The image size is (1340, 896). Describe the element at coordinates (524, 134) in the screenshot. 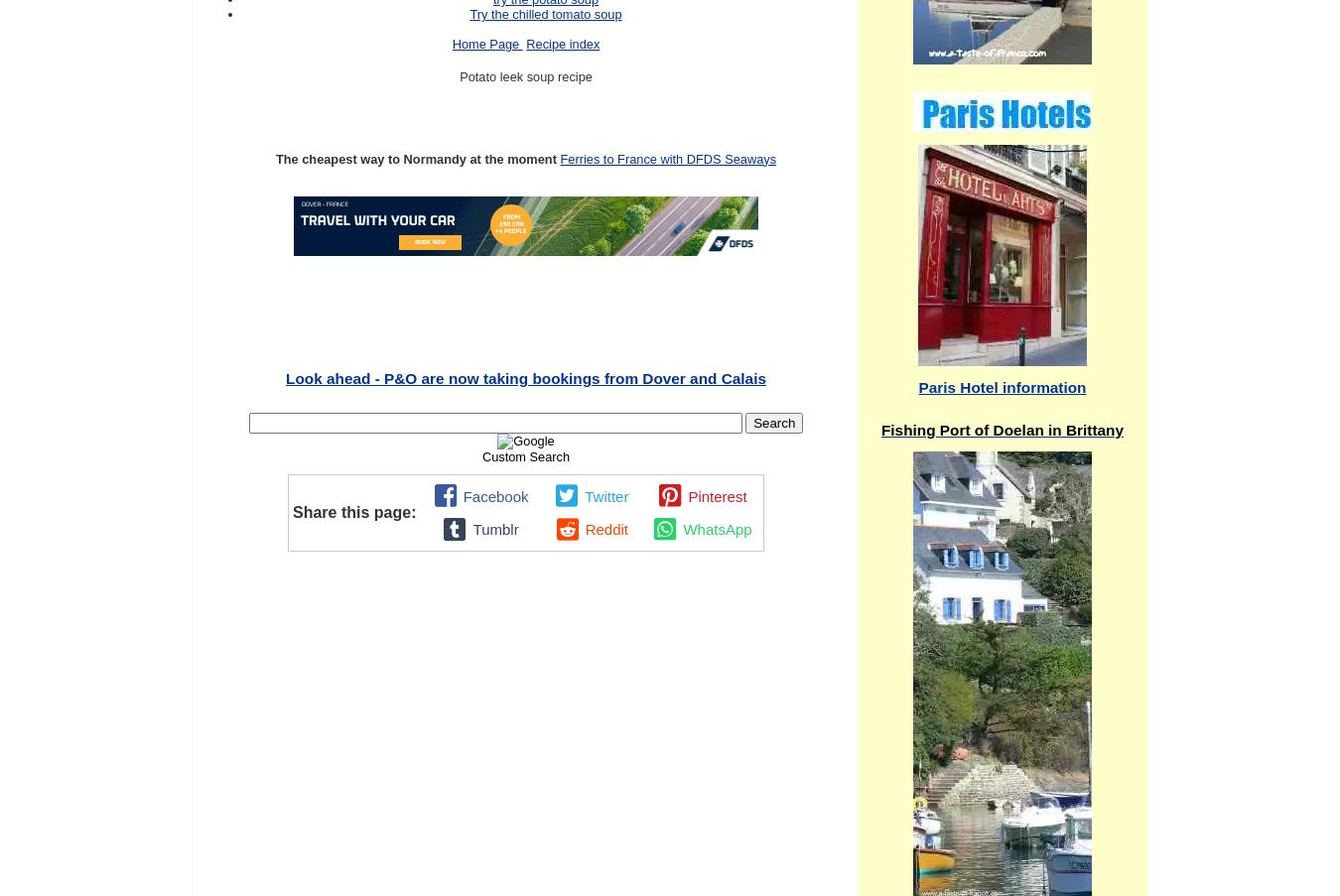

I see `'Continue reading "Caravan plots in Nouvion-le-vineux Picardy "'` at that location.